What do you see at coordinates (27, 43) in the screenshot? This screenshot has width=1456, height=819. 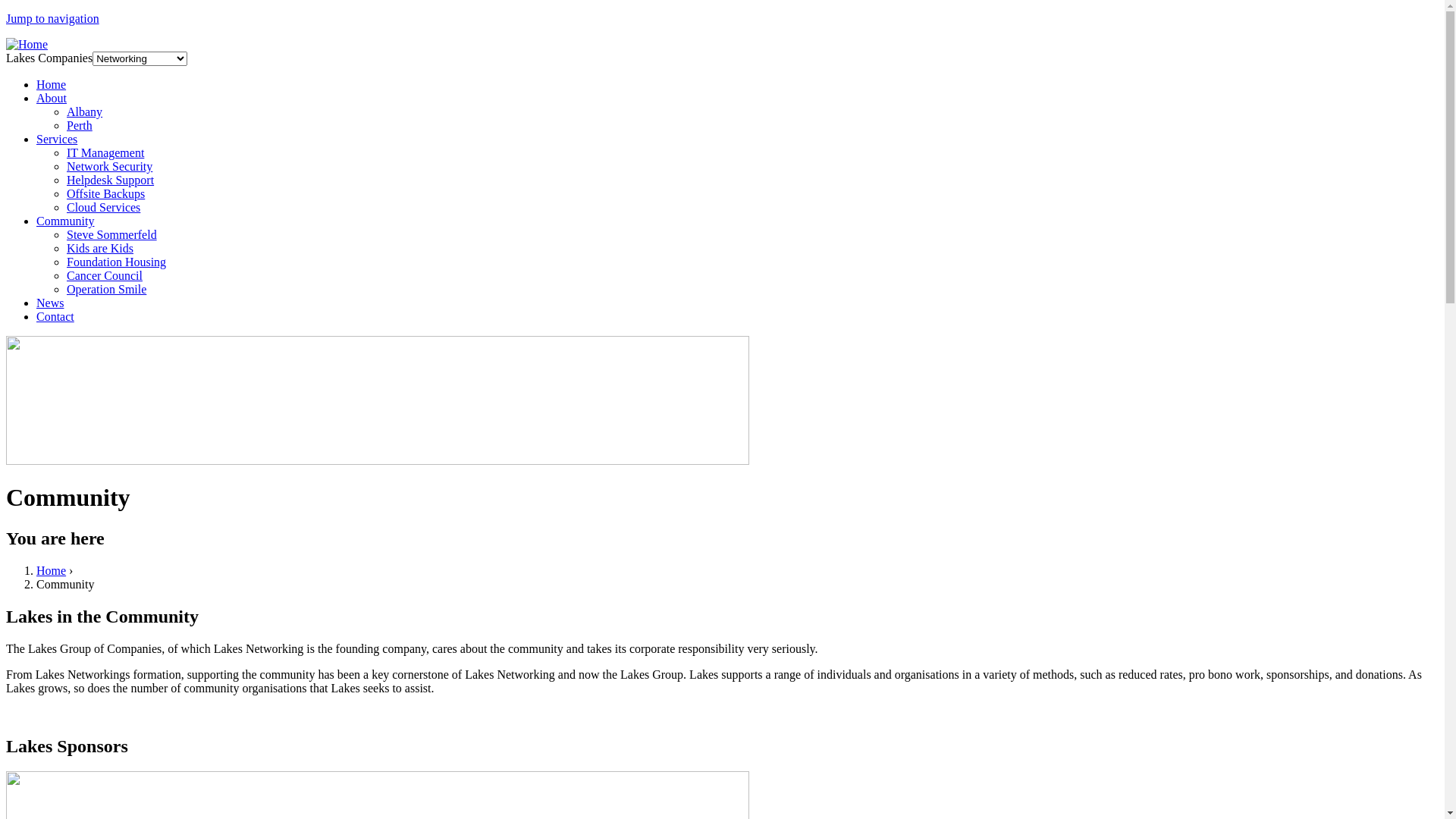 I see `'Home'` at bounding box center [27, 43].